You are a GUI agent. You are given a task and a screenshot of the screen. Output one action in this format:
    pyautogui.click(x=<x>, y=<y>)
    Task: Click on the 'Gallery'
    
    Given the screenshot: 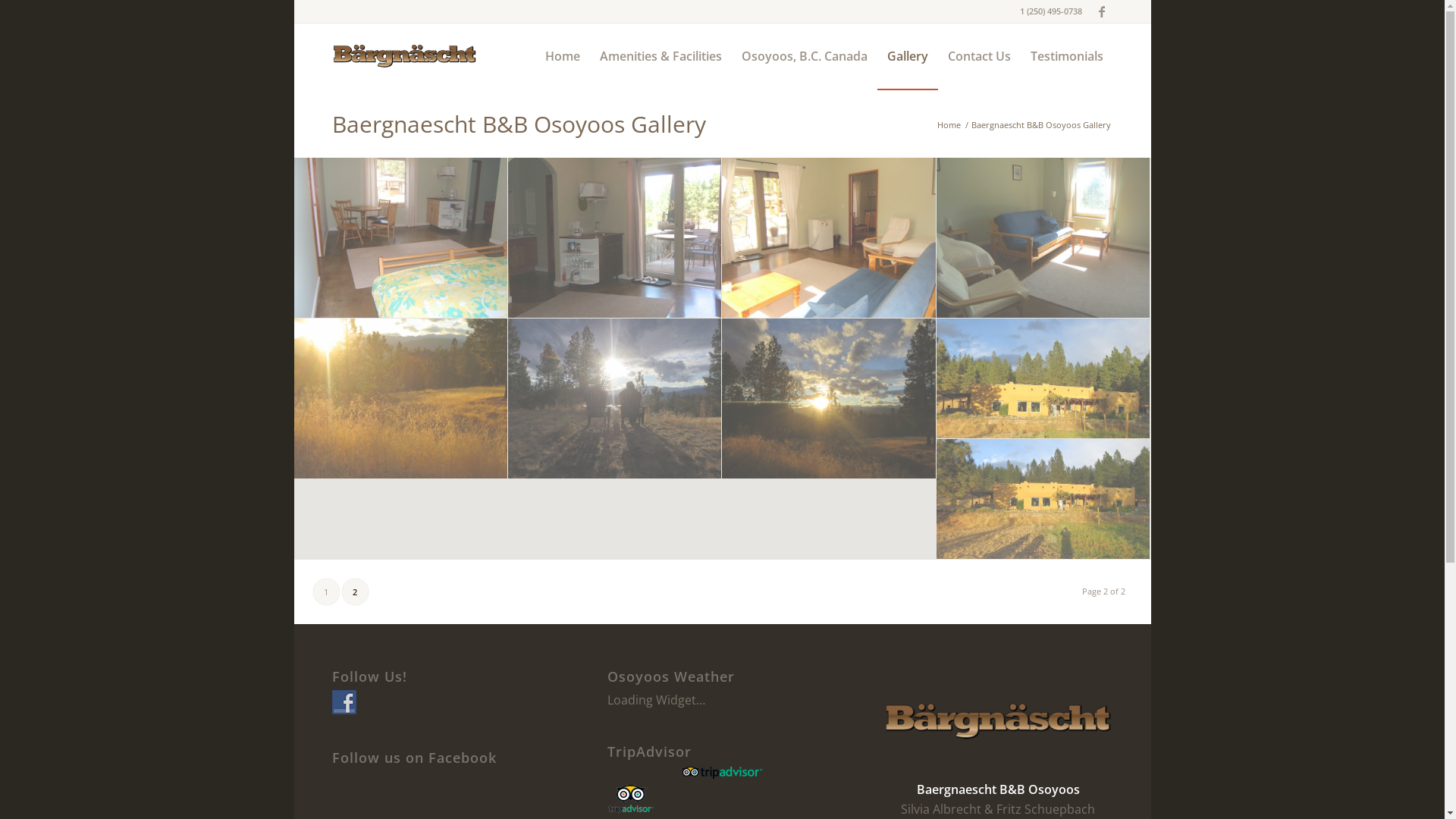 What is the action you would take?
    pyautogui.click(x=877, y=55)
    